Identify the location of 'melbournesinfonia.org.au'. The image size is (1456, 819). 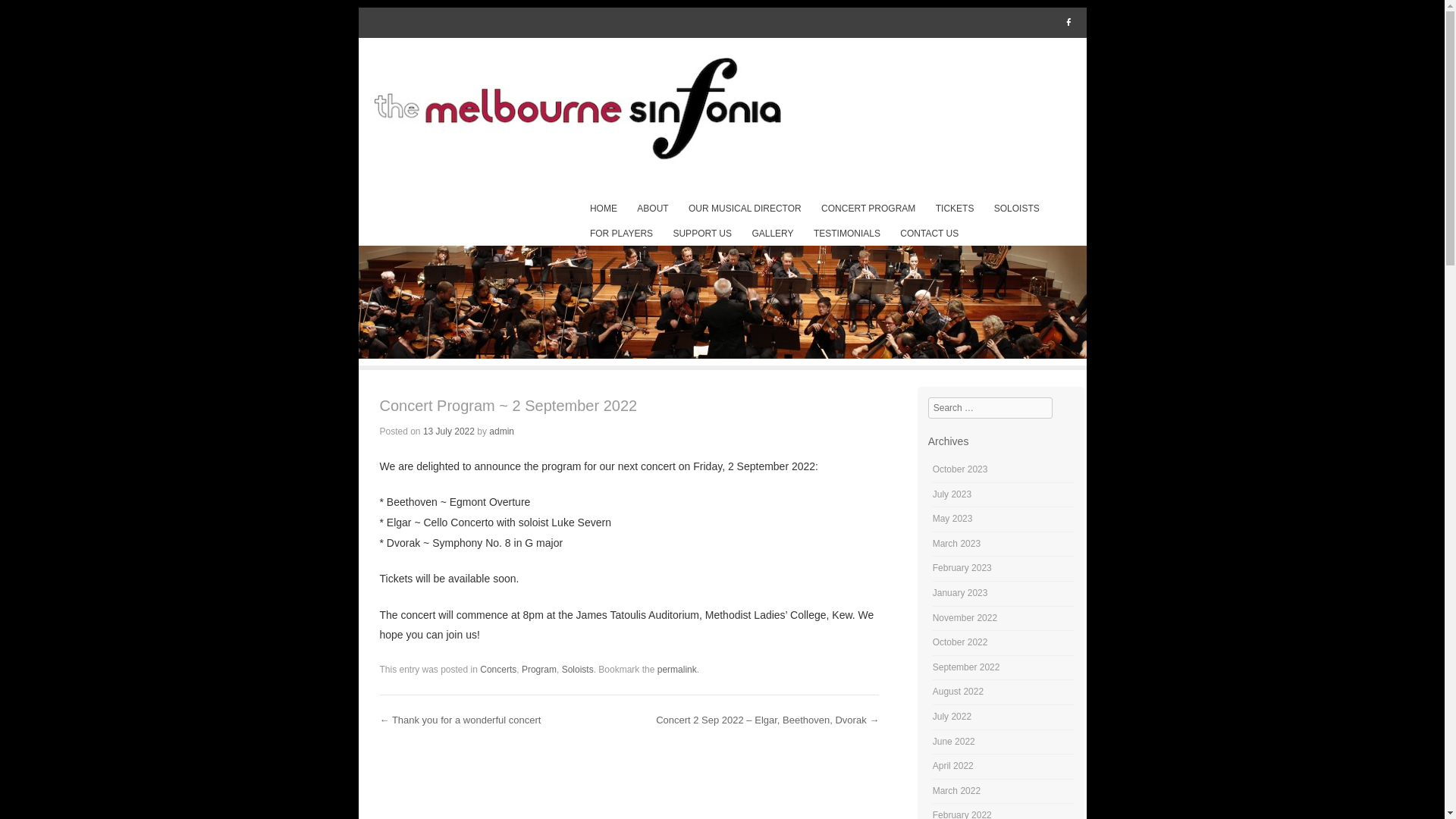
(721, 110).